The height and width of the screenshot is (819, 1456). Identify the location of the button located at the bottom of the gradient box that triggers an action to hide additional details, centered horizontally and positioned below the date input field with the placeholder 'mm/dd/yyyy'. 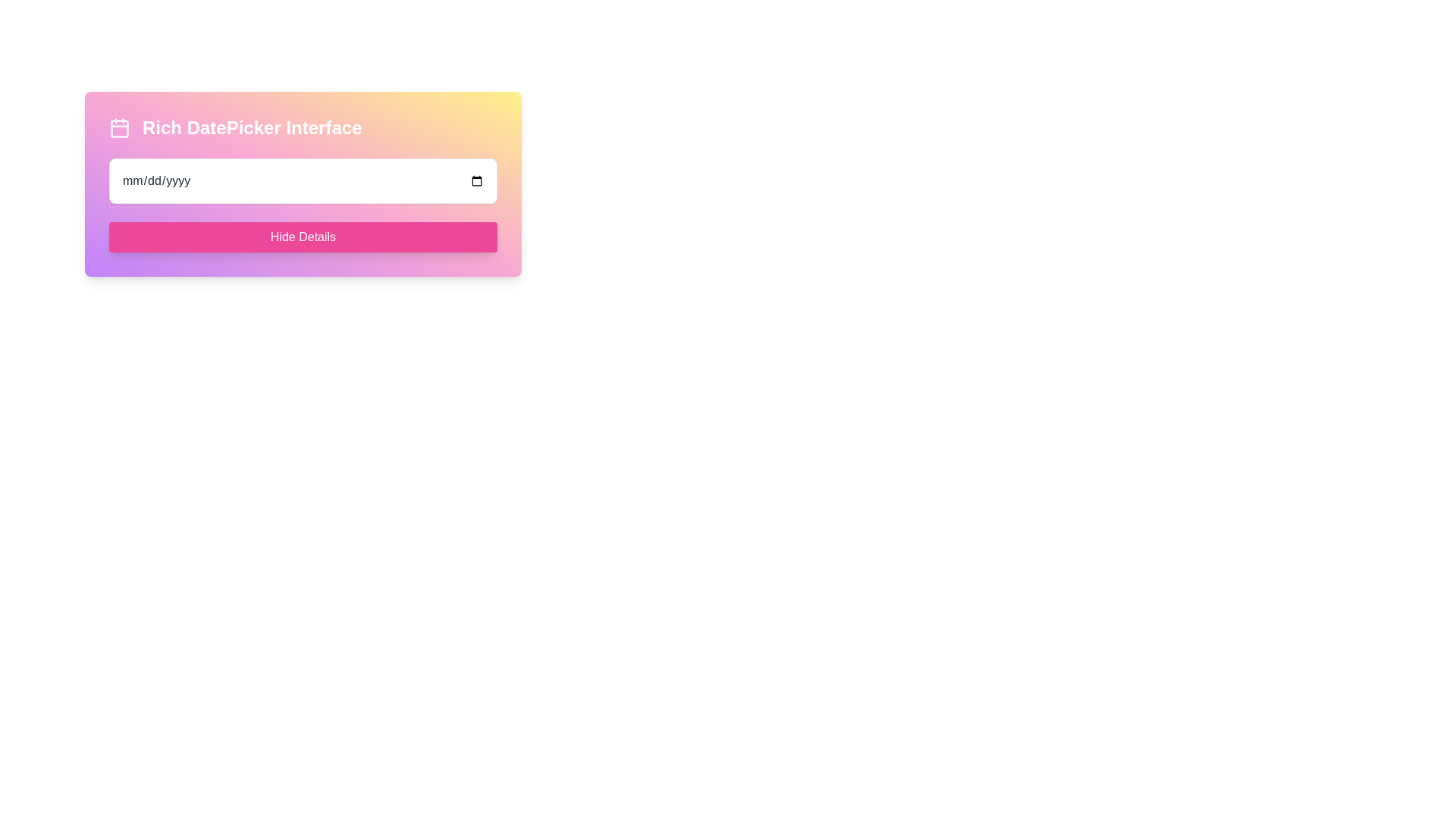
(303, 237).